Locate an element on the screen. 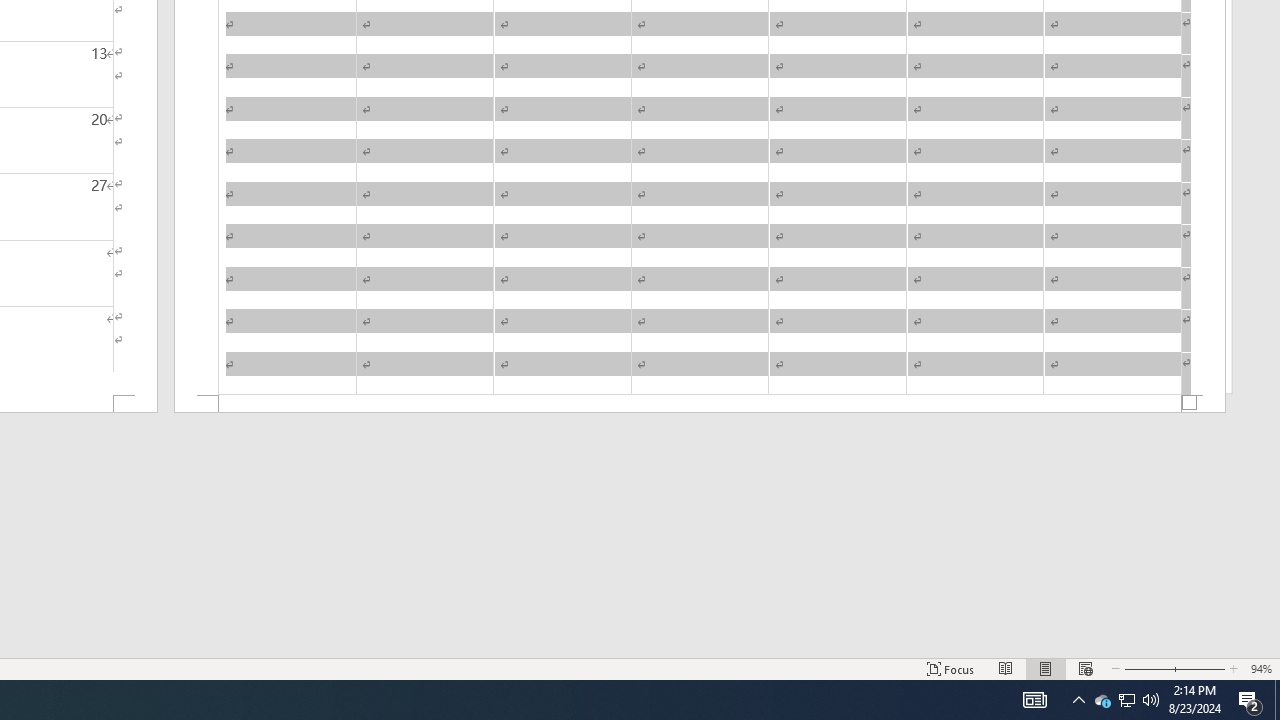 This screenshot has height=720, width=1280. 'Focus ' is located at coordinates (950, 669).